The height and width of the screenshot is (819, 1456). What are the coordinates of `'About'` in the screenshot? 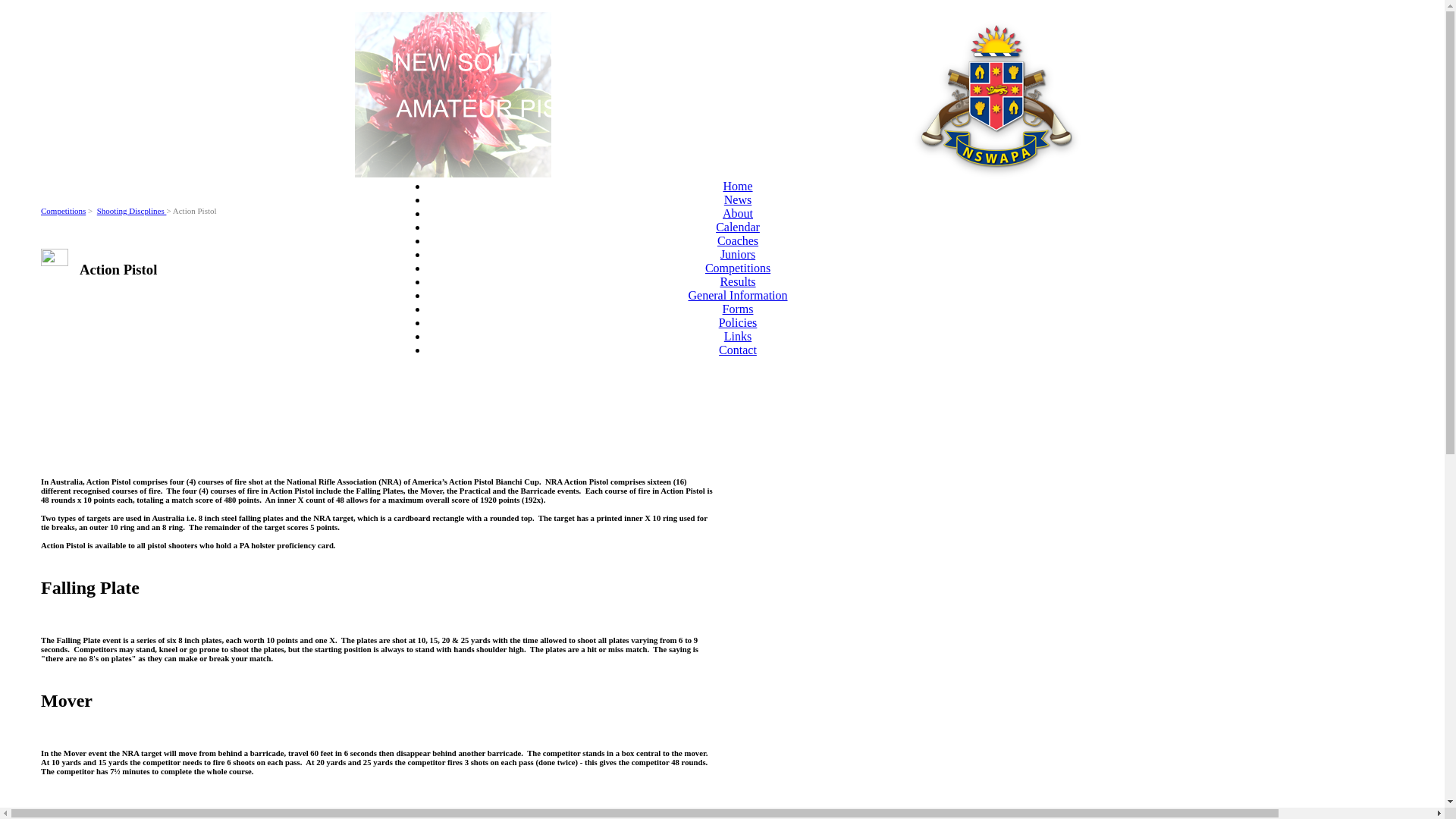 It's located at (738, 213).